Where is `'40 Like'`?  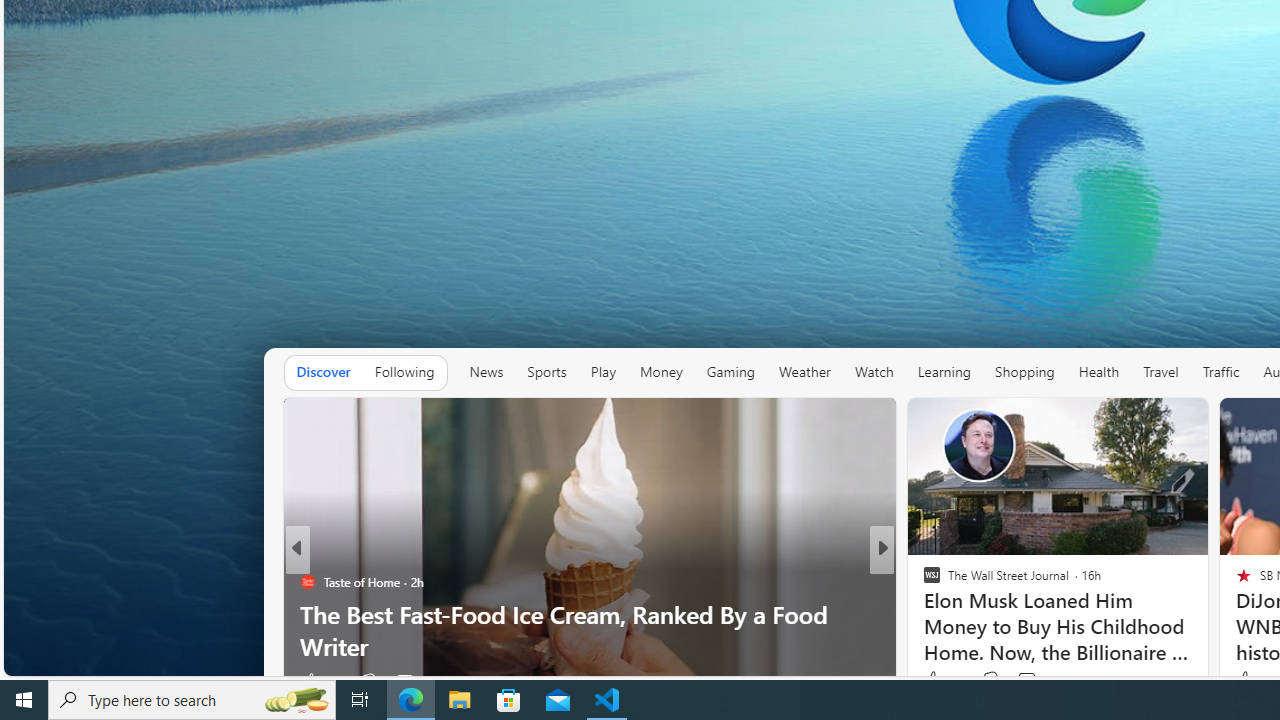
'40 Like' is located at coordinates (933, 680).